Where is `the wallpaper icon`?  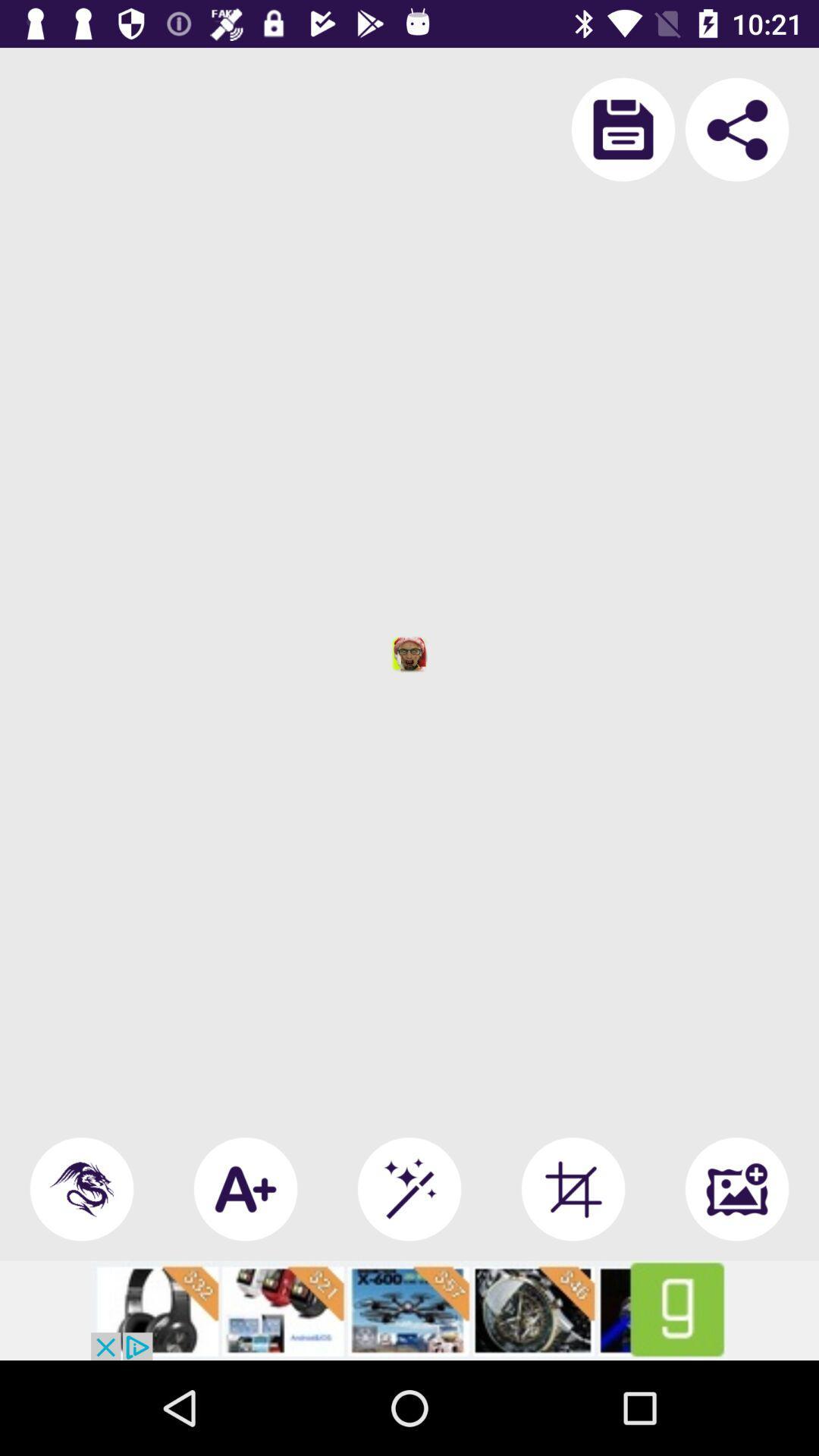
the wallpaper icon is located at coordinates (736, 1188).